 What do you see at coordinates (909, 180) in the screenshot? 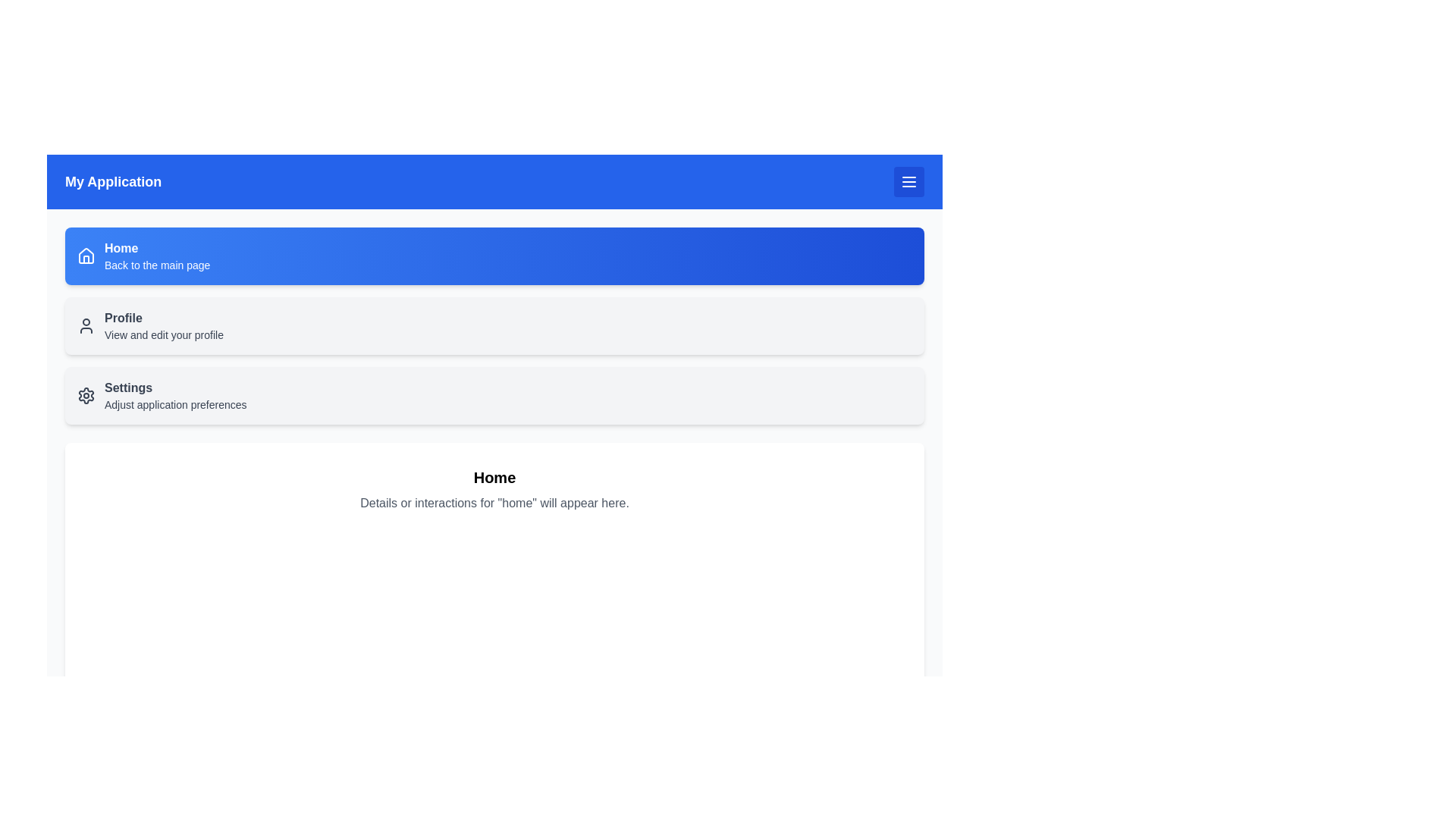
I see `the menu icon located in the top-right corner of the application interface` at bounding box center [909, 180].